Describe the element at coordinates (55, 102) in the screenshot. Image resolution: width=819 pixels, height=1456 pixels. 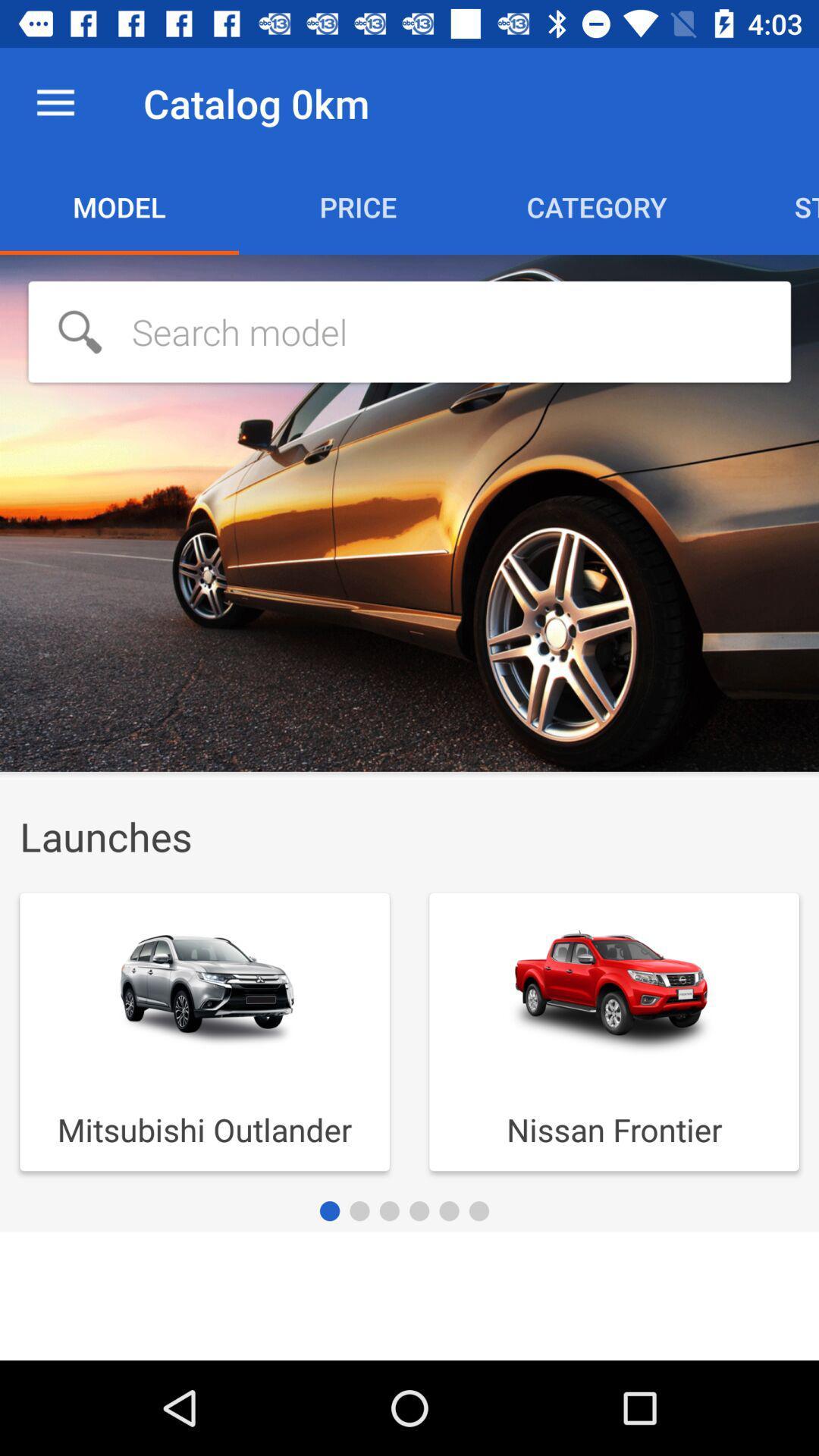
I see `item to the left of catalog 0km item` at that location.